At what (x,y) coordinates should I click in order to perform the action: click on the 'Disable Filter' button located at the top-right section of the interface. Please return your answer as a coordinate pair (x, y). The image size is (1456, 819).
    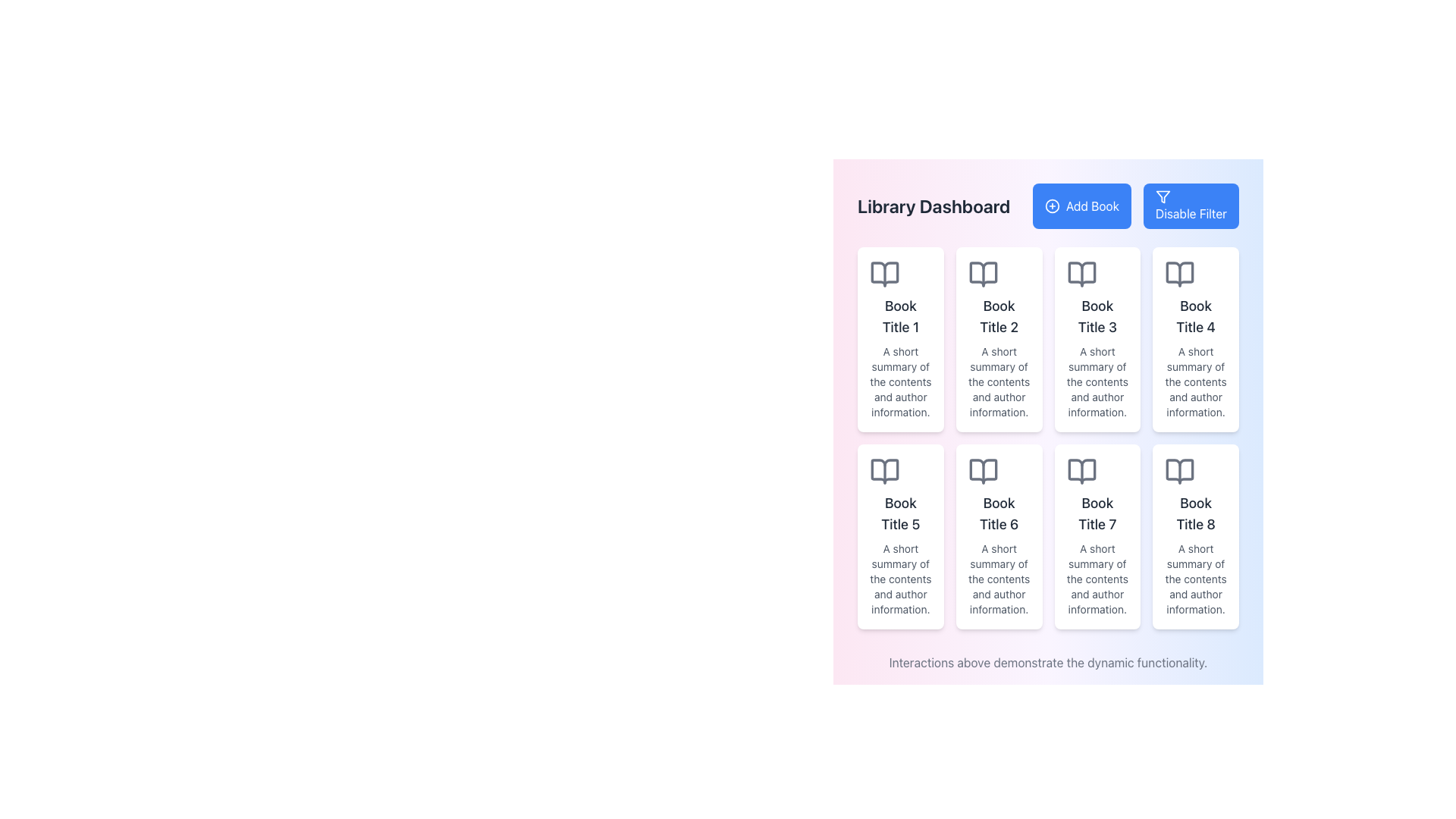
    Looking at the image, I should click on (1162, 196).